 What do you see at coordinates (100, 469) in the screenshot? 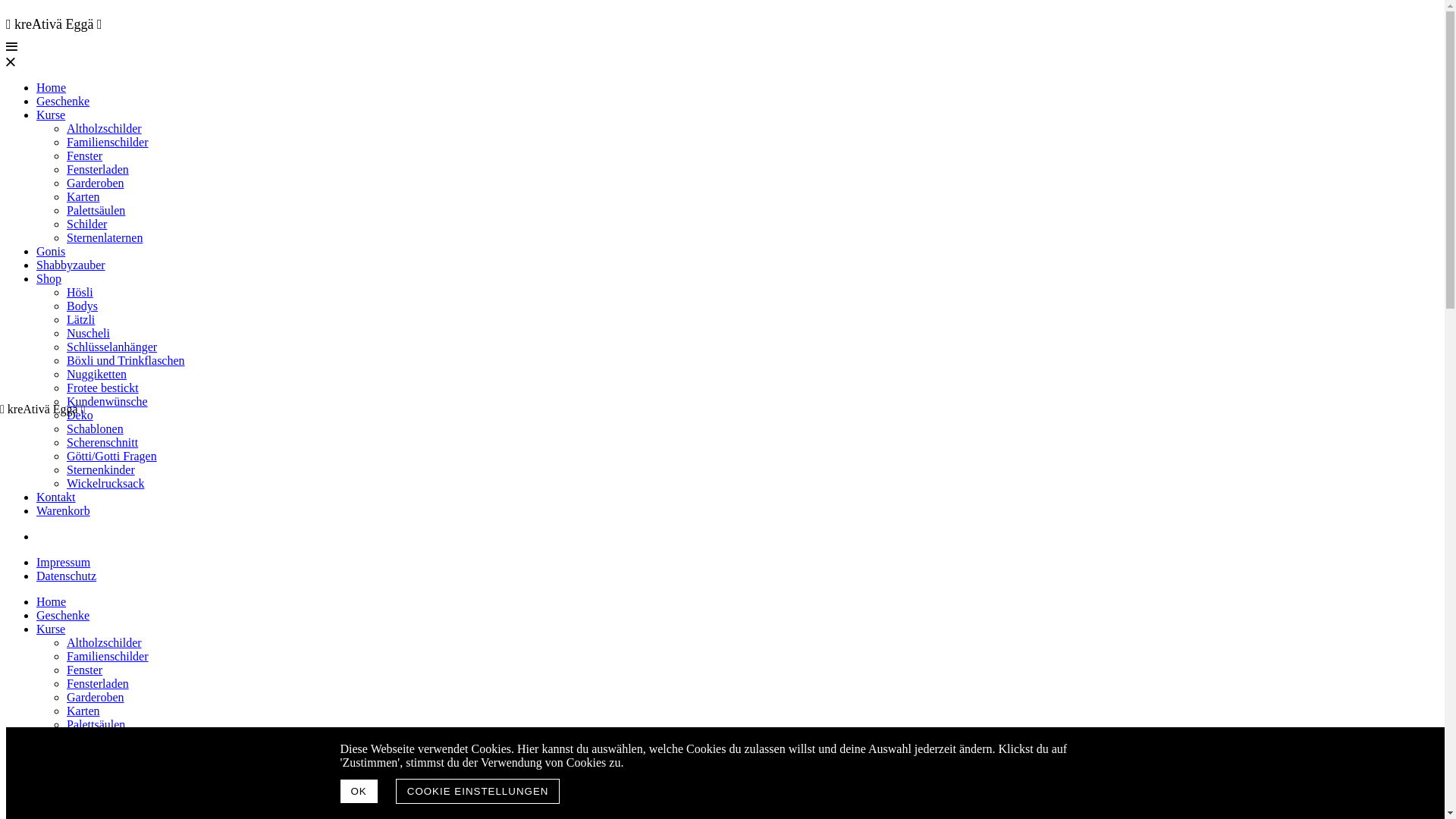
I see `'Sternenkinder'` at bounding box center [100, 469].